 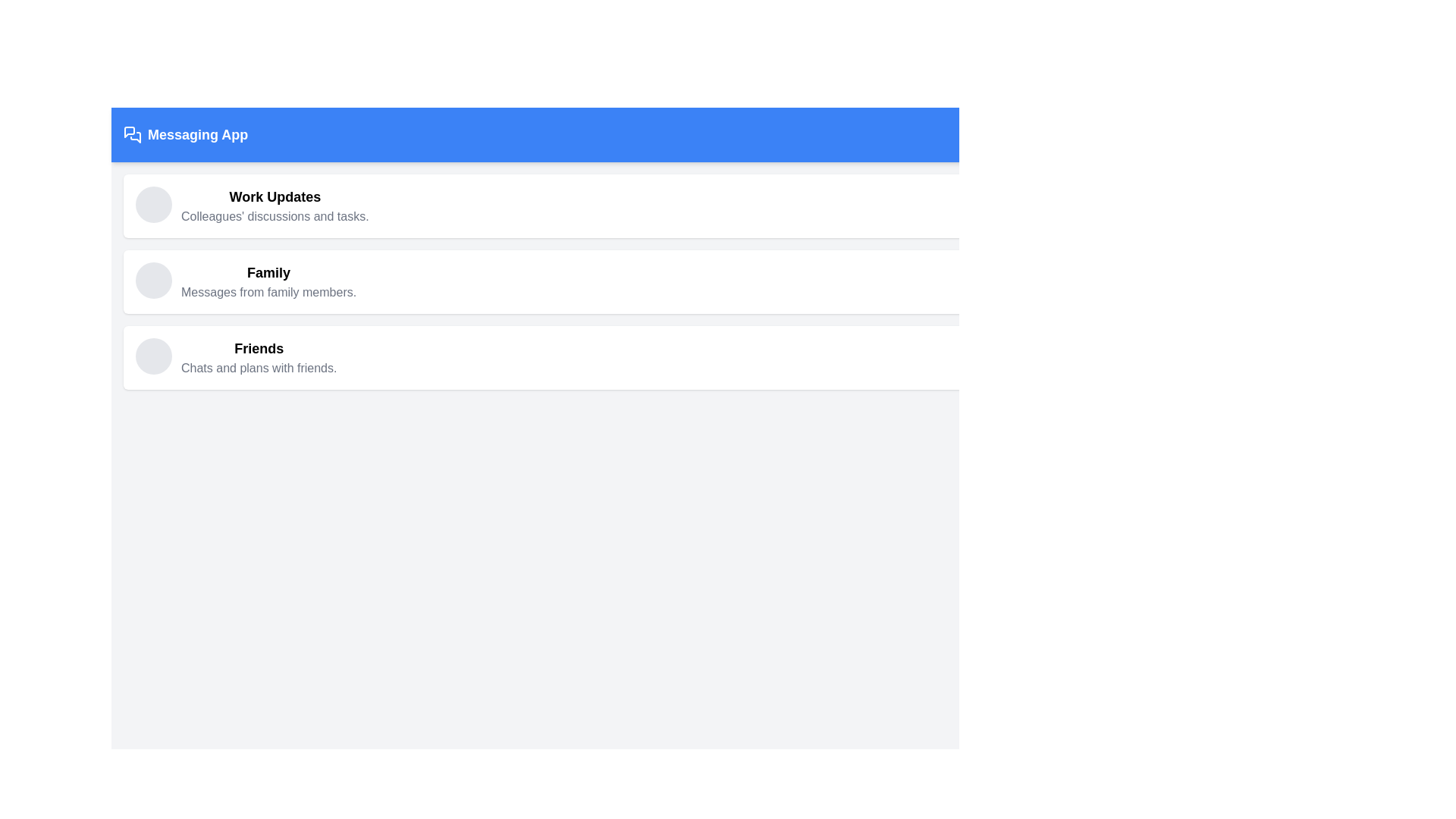 What do you see at coordinates (259, 357) in the screenshot?
I see `text content of the 'Friends' section, which is a text block with a title and subtitle located in the middle of the third row of the messaging app's main content area, directly below the 'Family' section` at bounding box center [259, 357].